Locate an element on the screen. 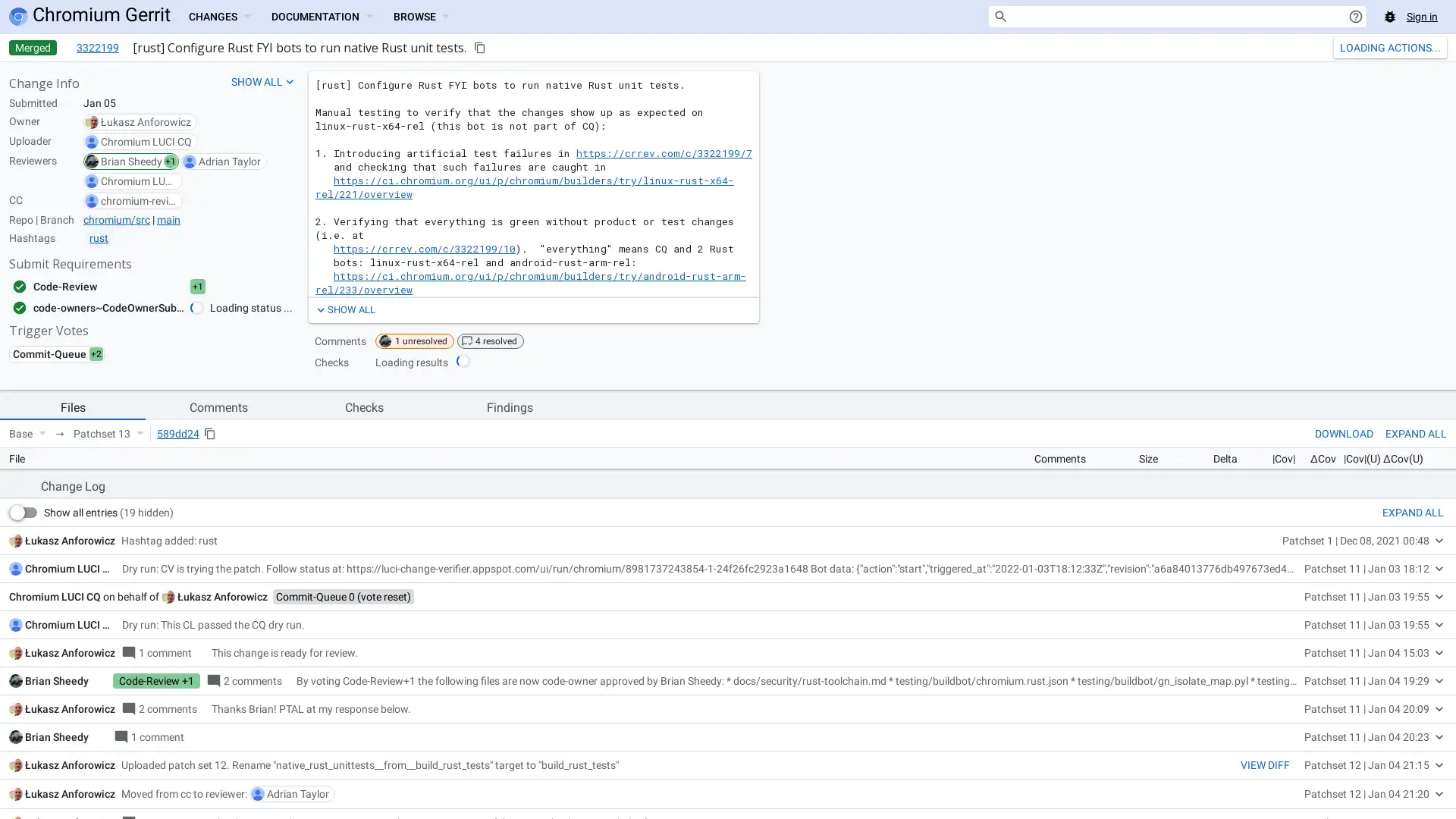 This screenshot has width=1456, height=819. Adrian Taylor is located at coordinates (228, 161).